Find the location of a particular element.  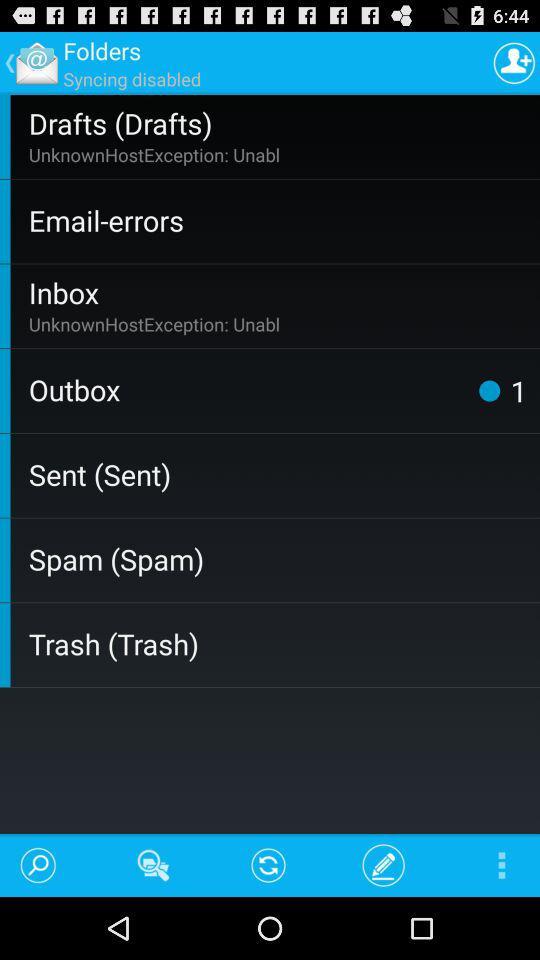

press to add is located at coordinates (514, 62).